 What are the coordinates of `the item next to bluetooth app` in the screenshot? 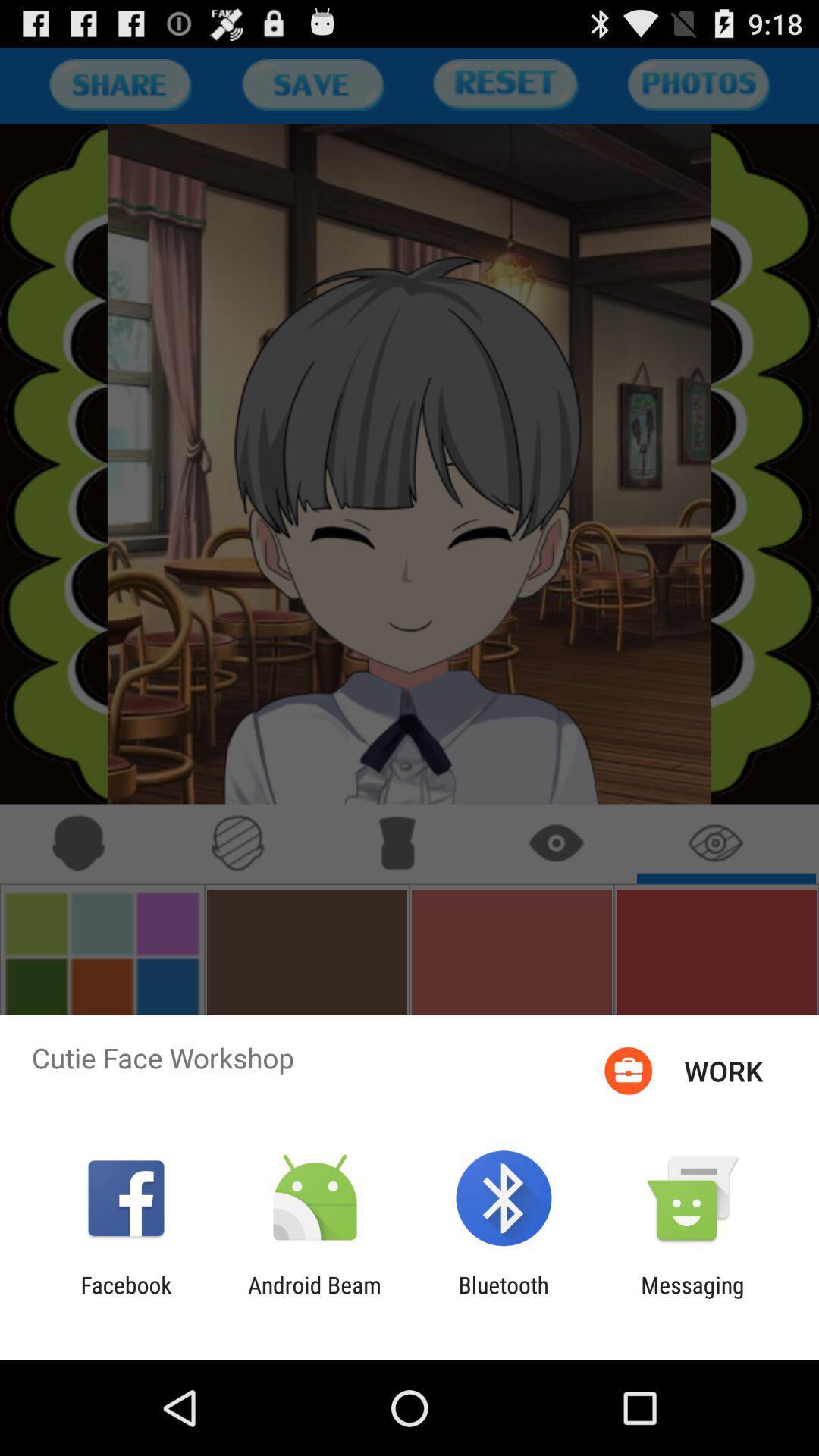 It's located at (314, 1298).